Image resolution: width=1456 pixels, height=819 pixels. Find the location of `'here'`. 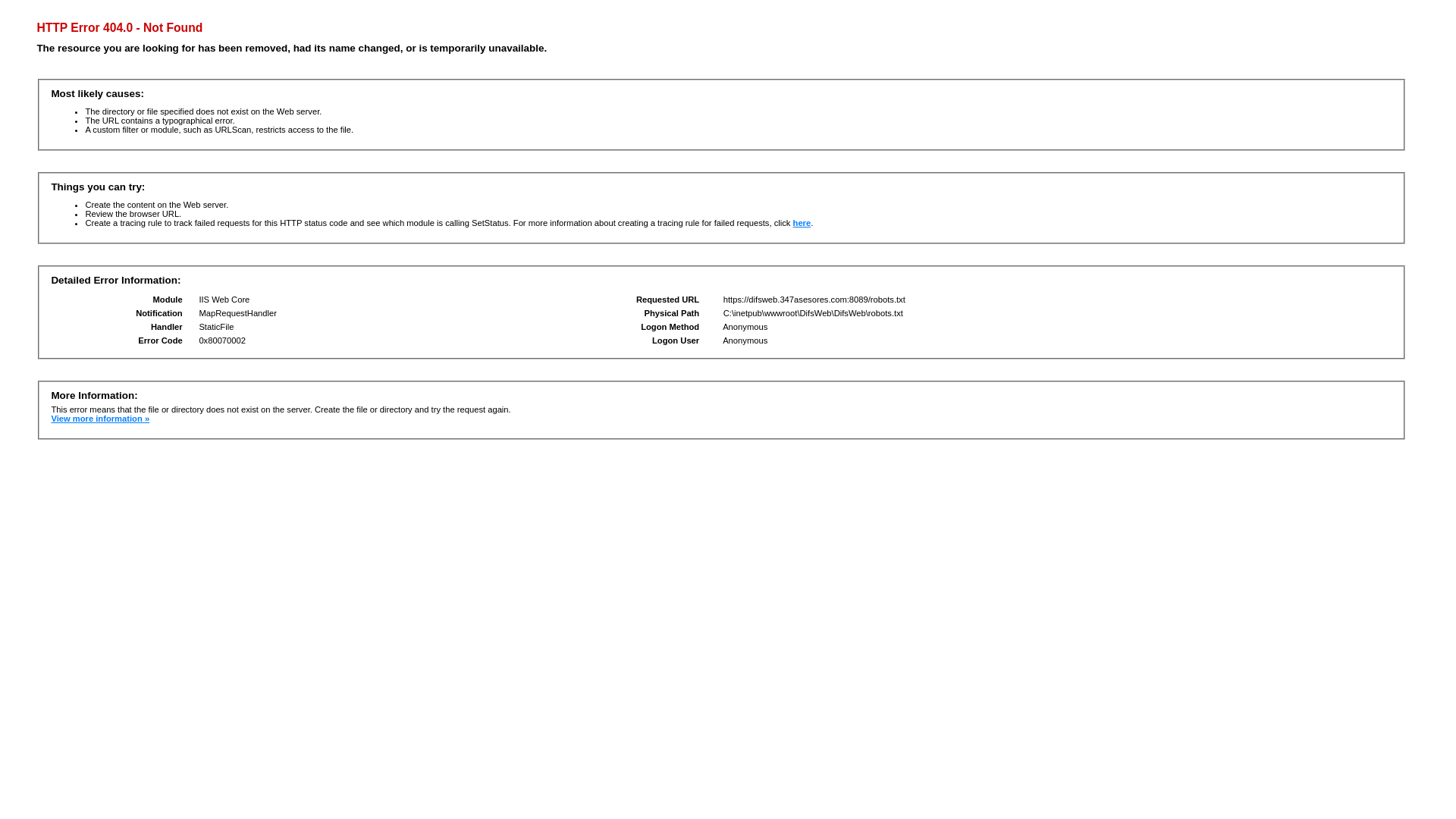

'here' is located at coordinates (801, 222).